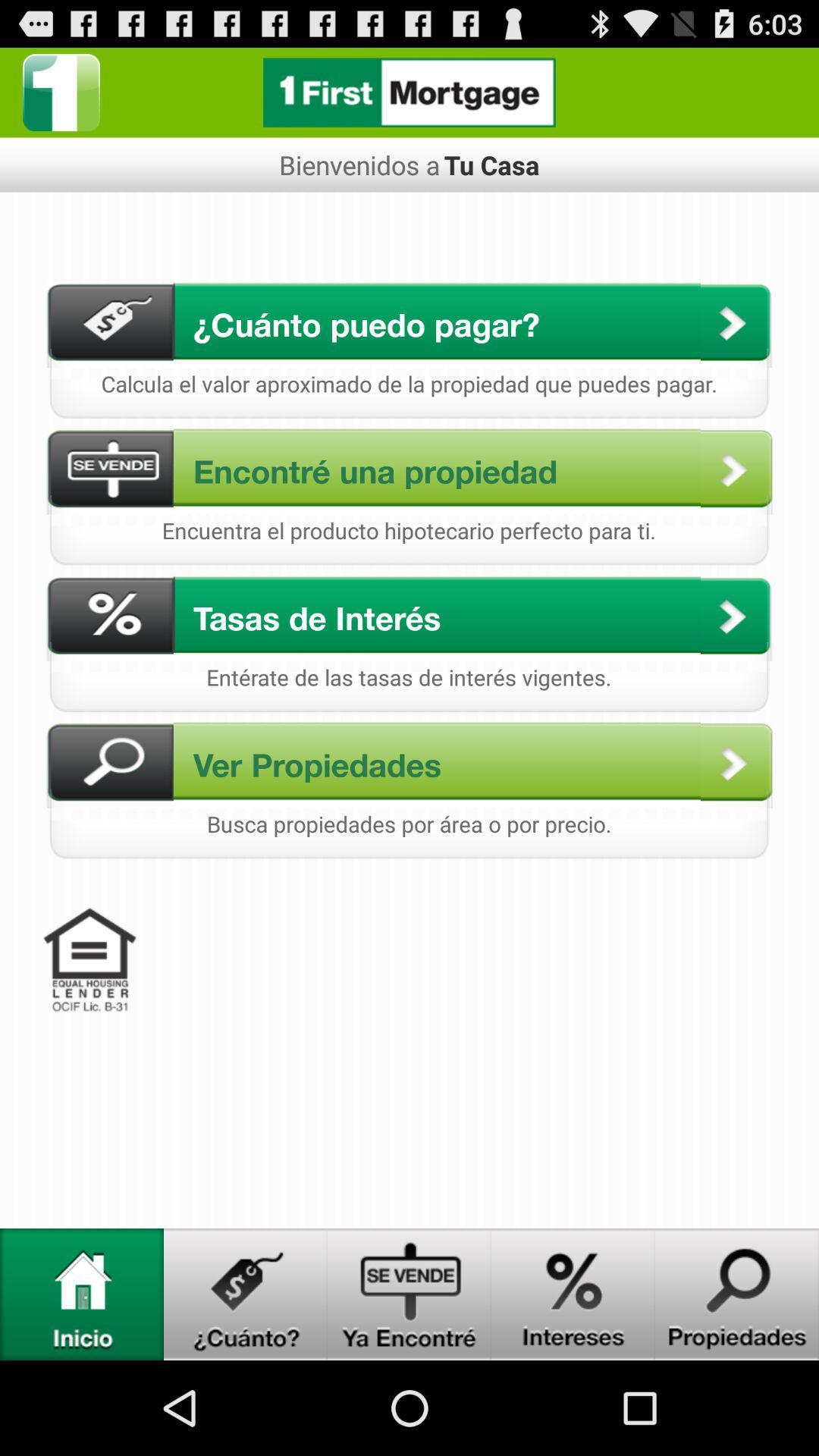 The image size is (819, 1456). What do you see at coordinates (736, 1385) in the screenshot?
I see `the search icon` at bounding box center [736, 1385].